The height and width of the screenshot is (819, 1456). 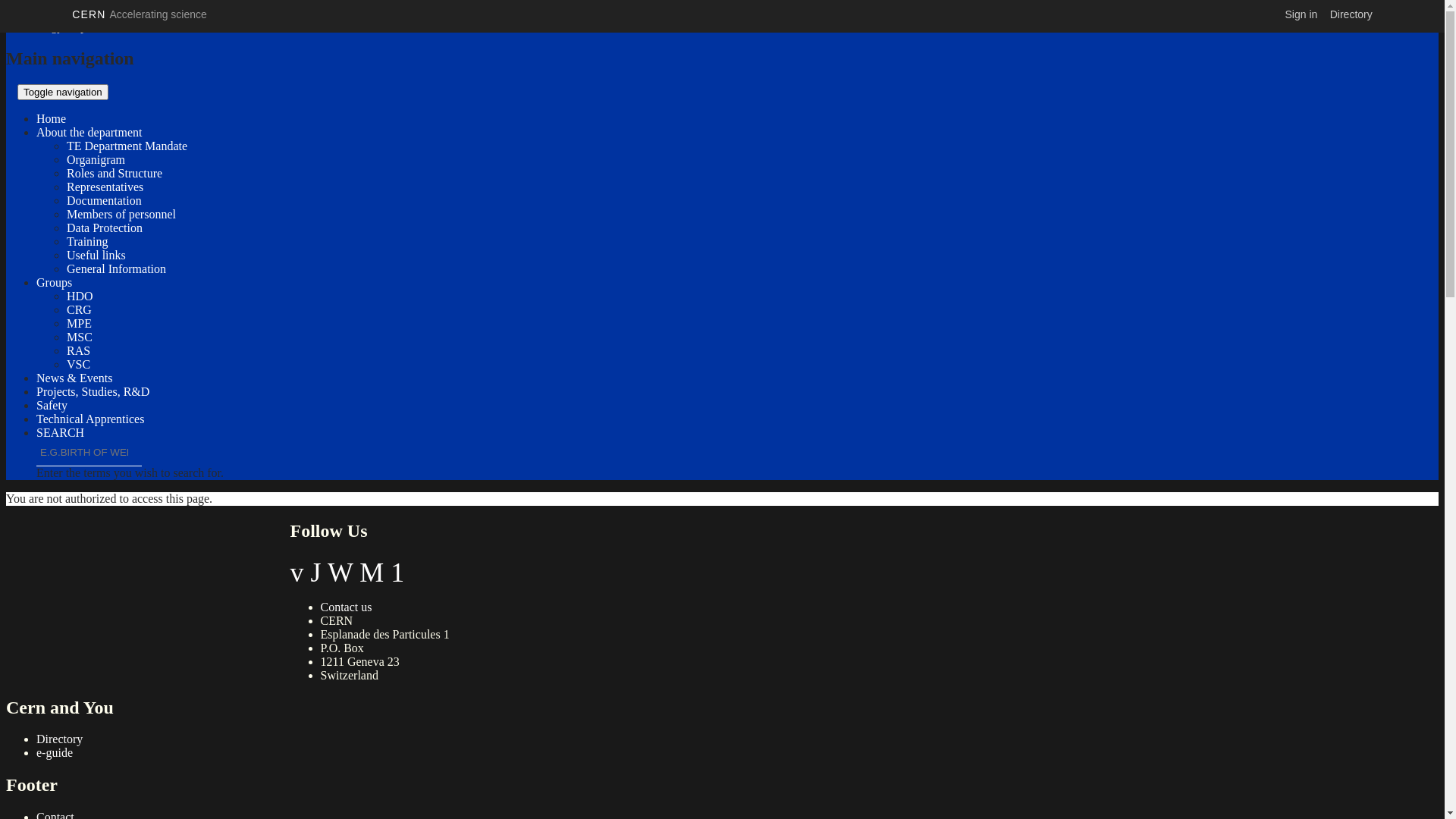 I want to click on 'Contact us', so click(x=319, y=606).